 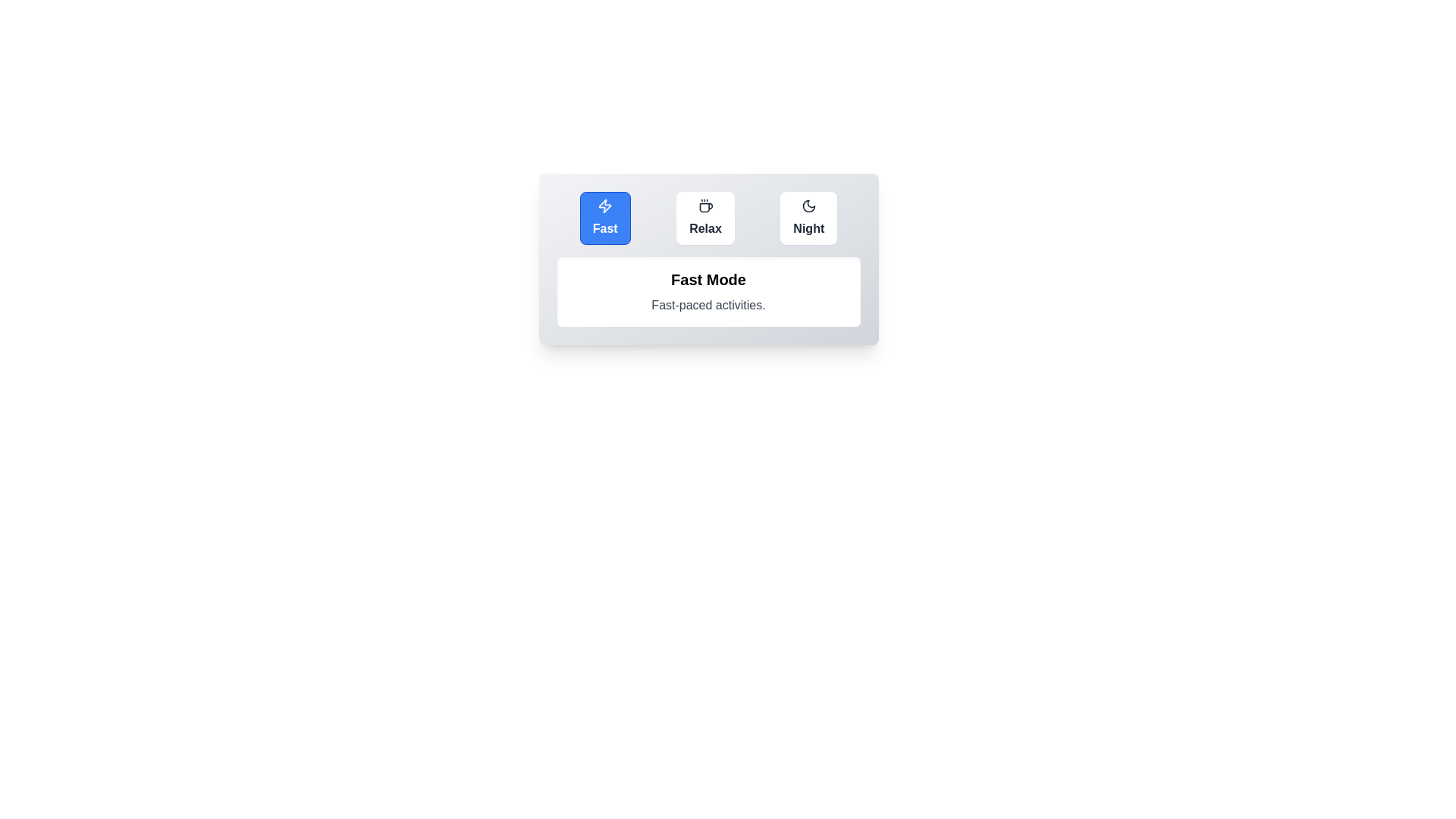 I want to click on the bold text label reading 'Fast' within the leftmost button that has a blue background and white text, so click(x=604, y=228).